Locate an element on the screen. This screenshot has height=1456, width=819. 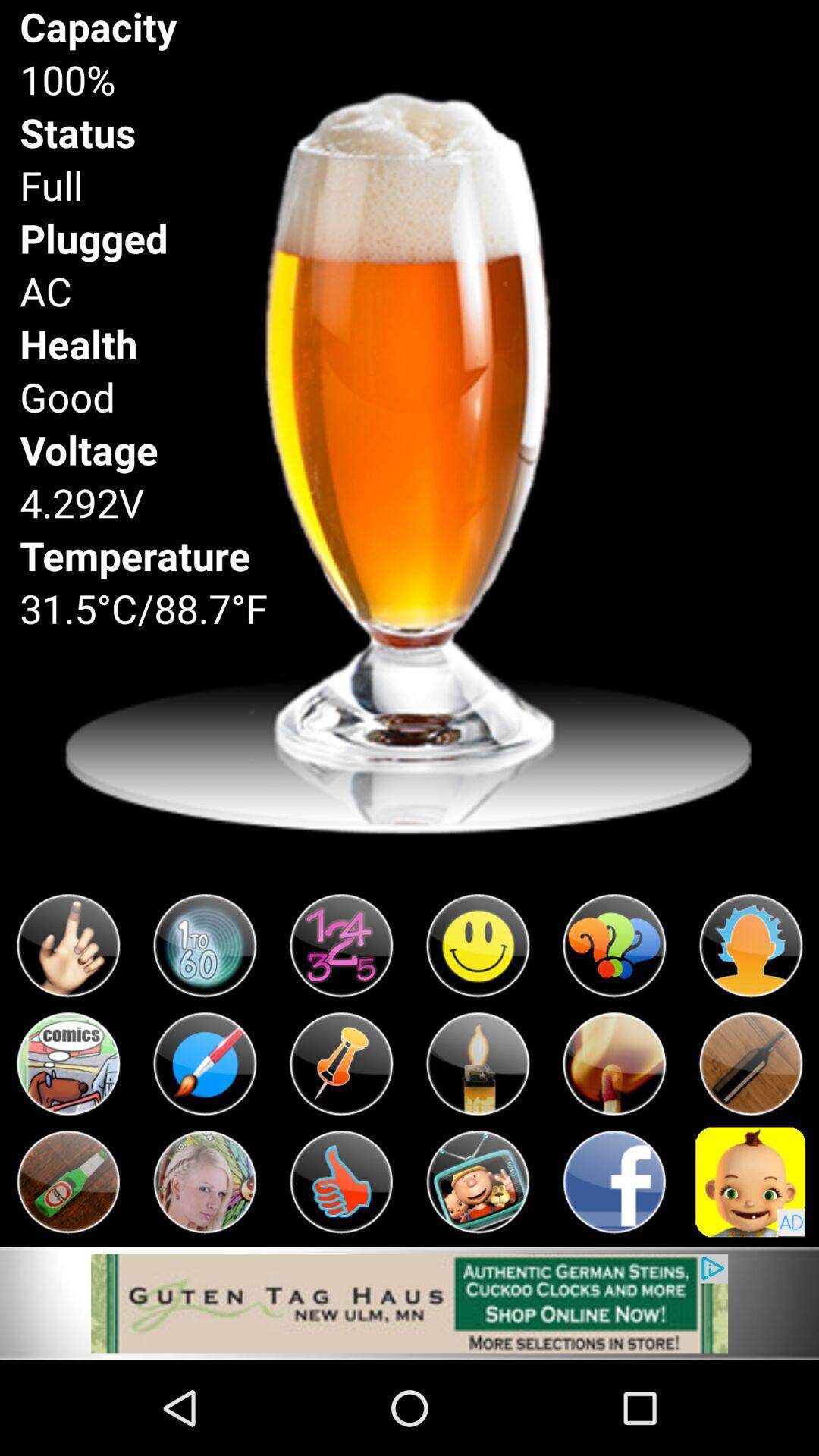
like the image is located at coordinates (341, 1181).